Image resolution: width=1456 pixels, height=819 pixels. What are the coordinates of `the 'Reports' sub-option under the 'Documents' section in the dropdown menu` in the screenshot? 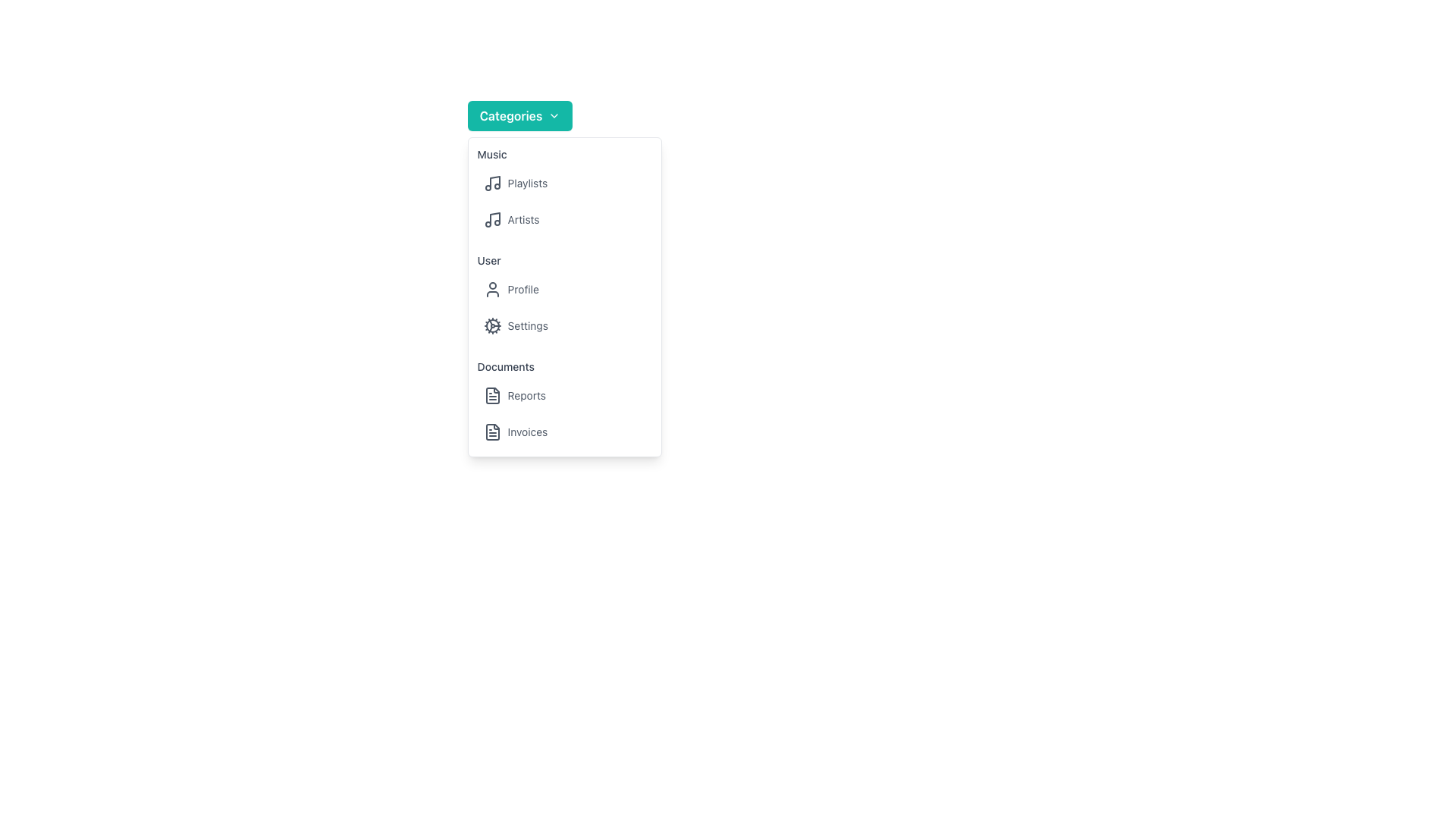 It's located at (563, 403).